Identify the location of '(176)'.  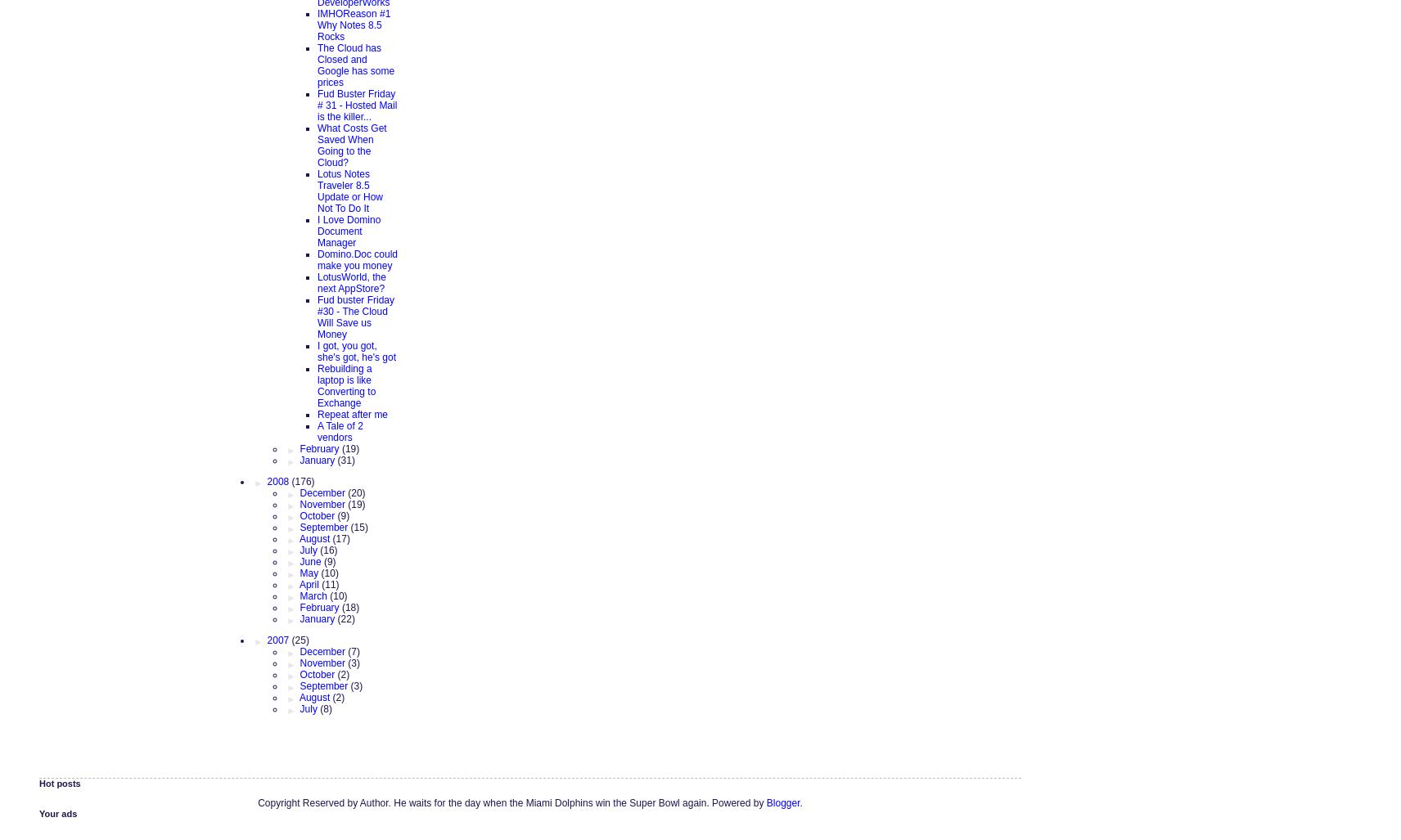
(302, 480).